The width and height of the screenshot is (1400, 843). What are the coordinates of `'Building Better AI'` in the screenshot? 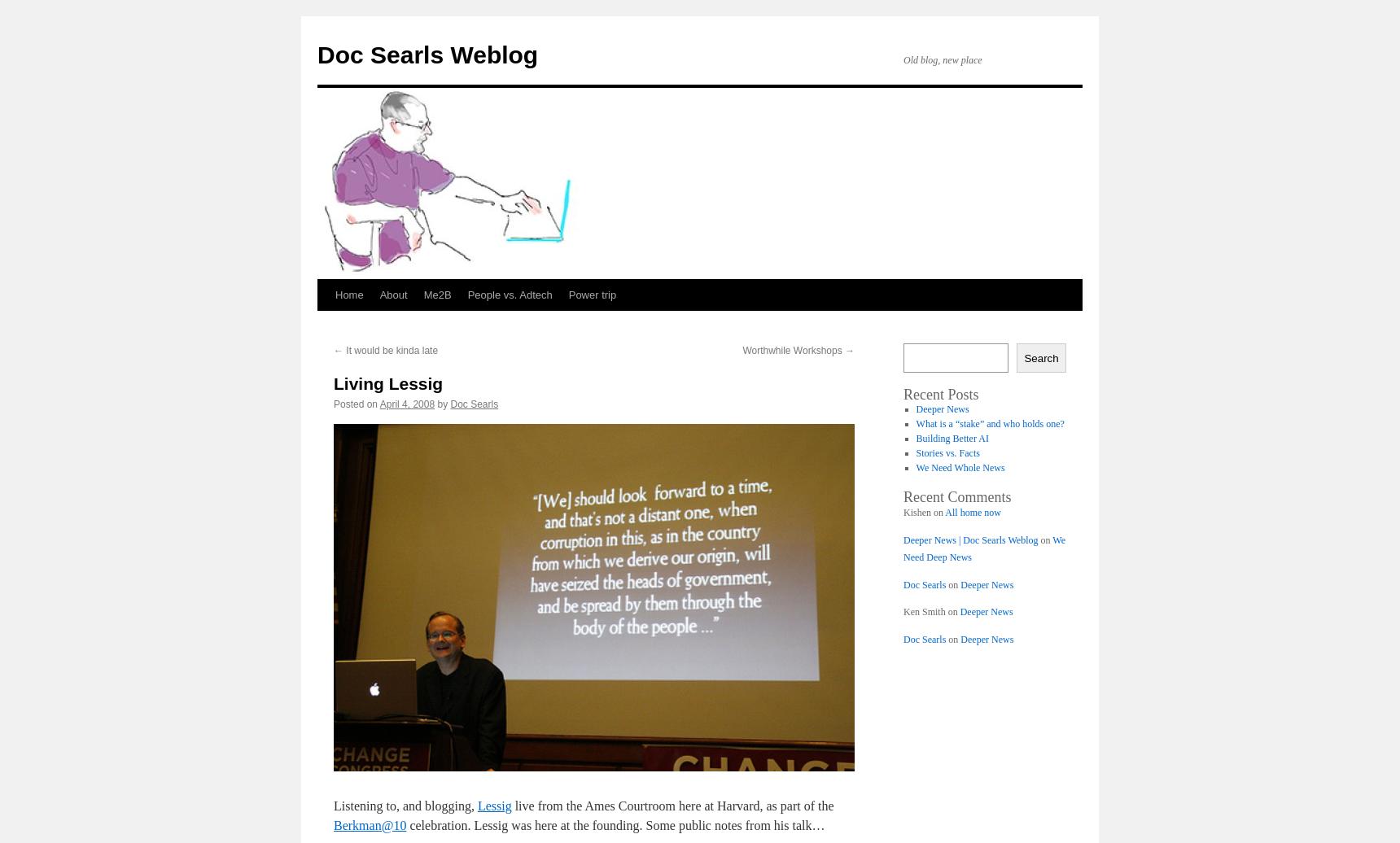 It's located at (916, 439).